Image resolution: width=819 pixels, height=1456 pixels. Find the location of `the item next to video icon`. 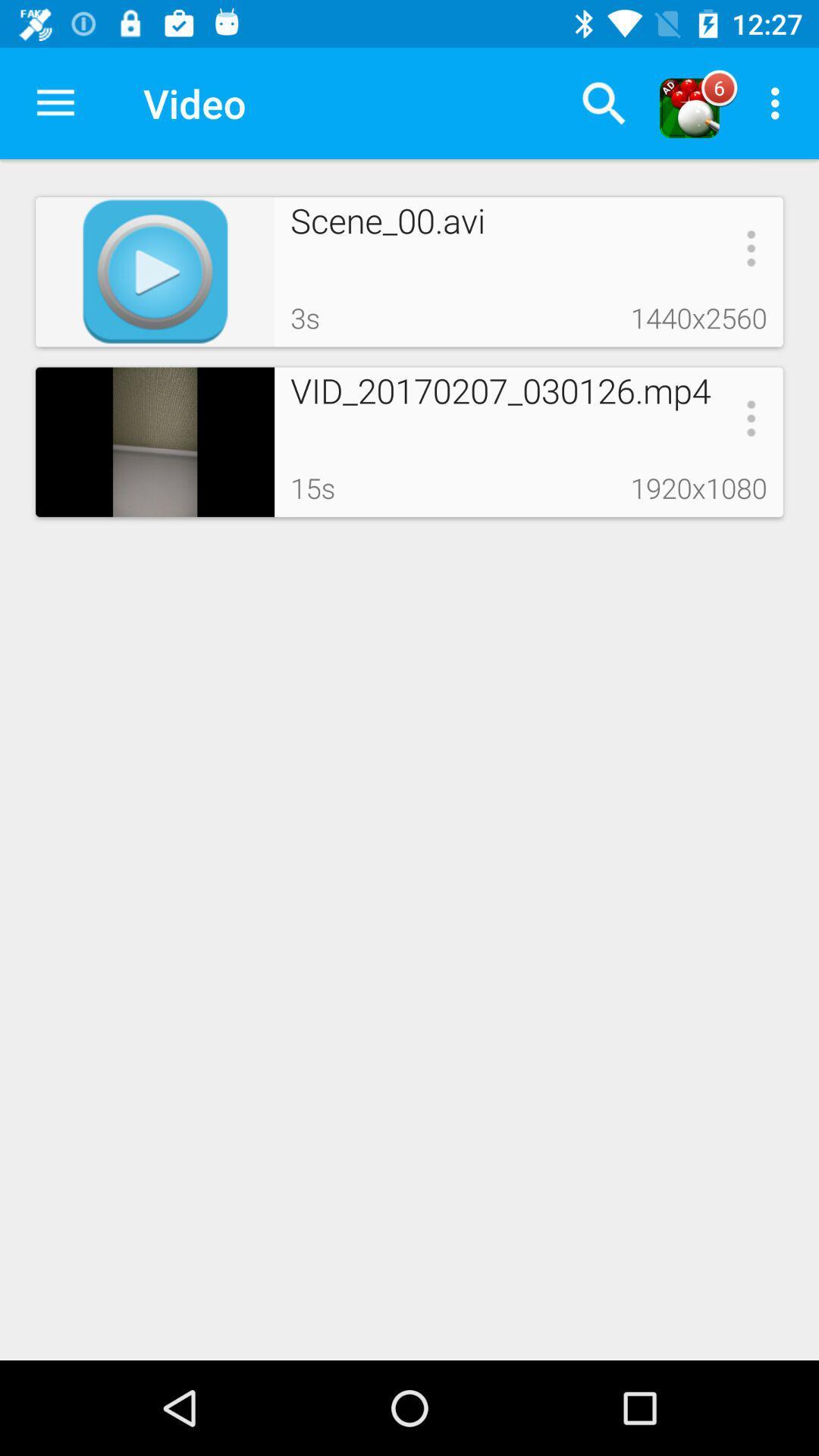

the item next to video icon is located at coordinates (55, 102).